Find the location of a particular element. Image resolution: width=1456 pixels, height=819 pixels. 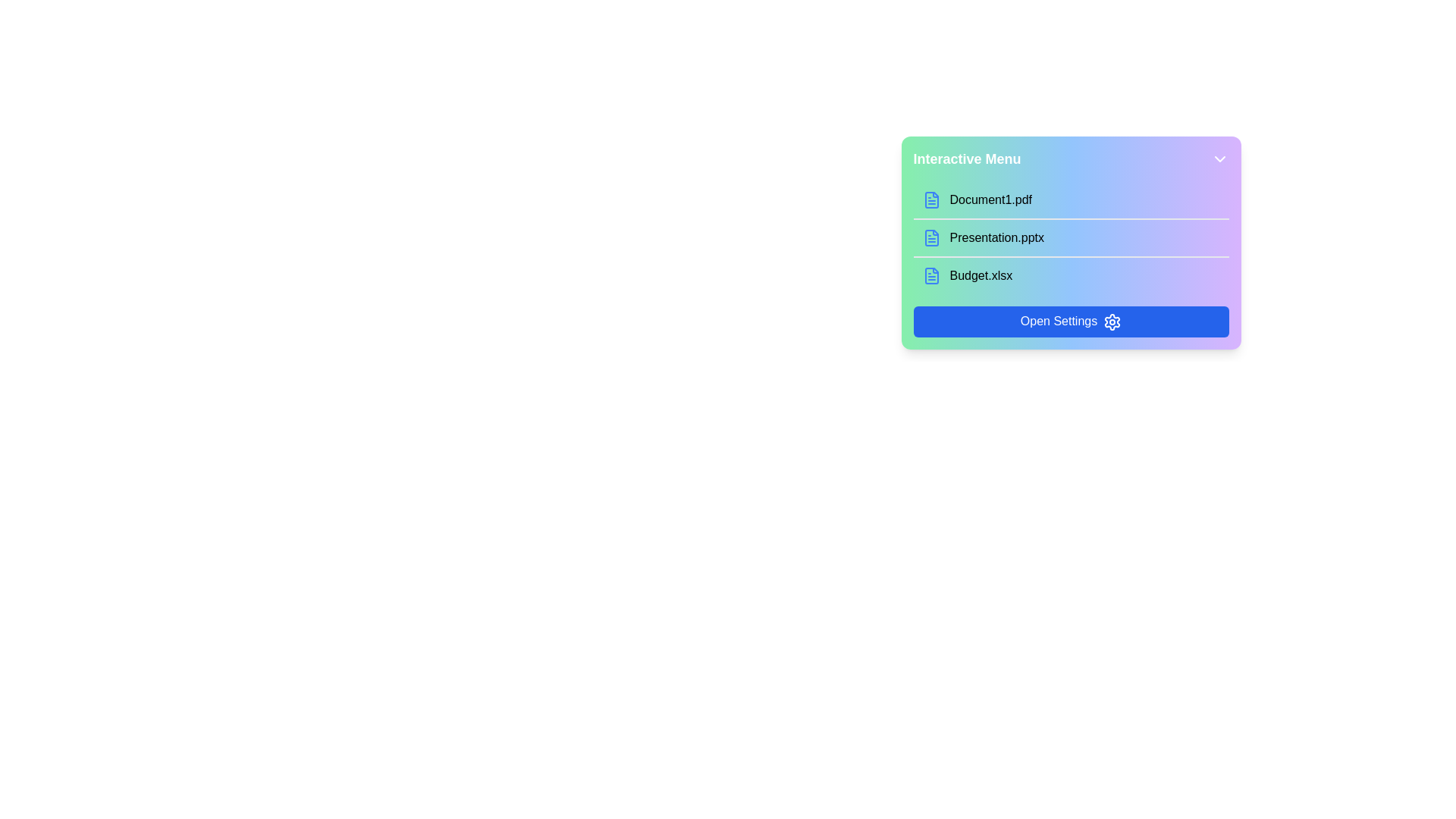

the gear icon, which signifies settings or configuration options, for information about its associated function is located at coordinates (1112, 321).